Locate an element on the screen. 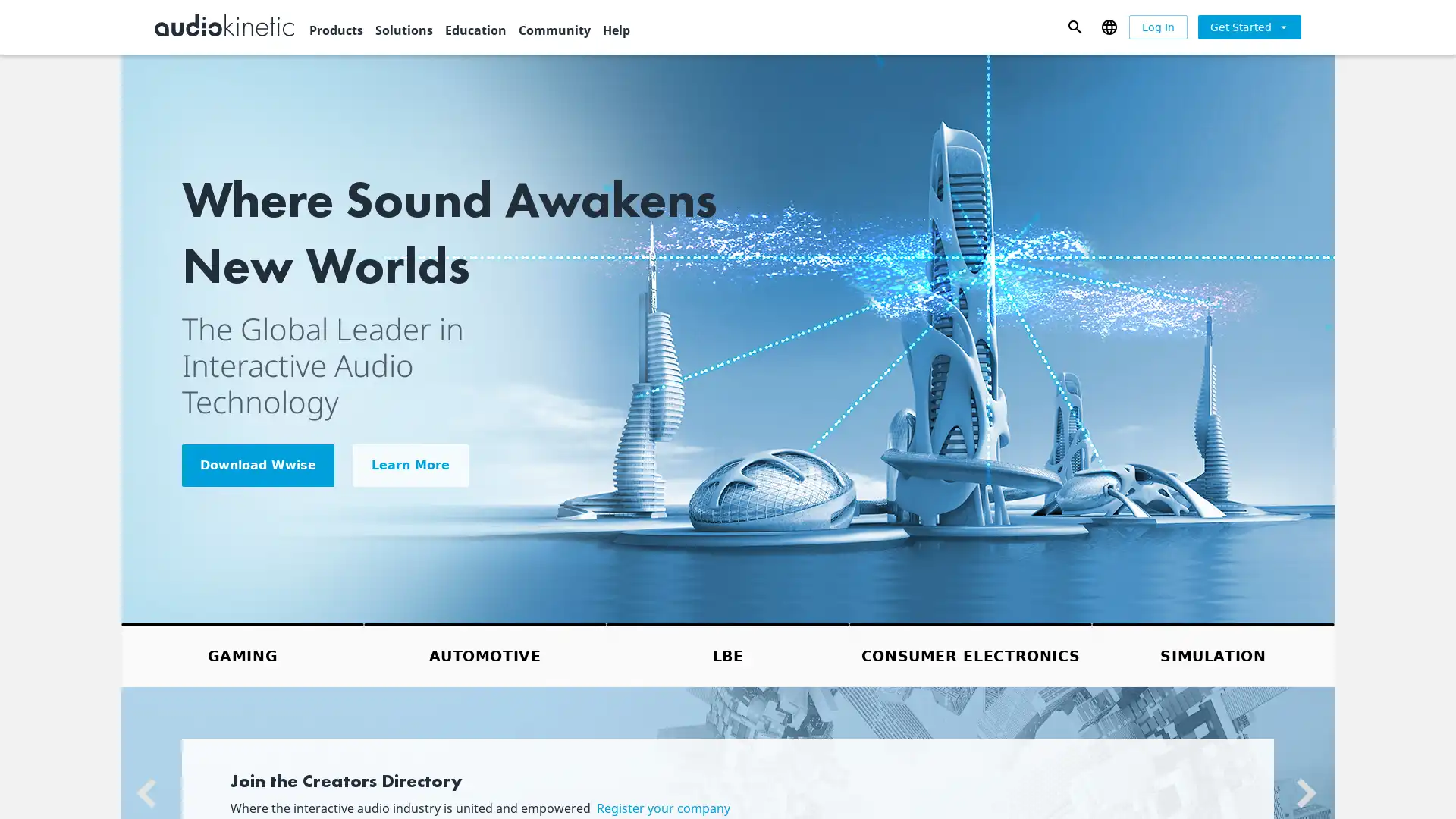  Get Started arrow_drop_down is located at coordinates (1249, 26).